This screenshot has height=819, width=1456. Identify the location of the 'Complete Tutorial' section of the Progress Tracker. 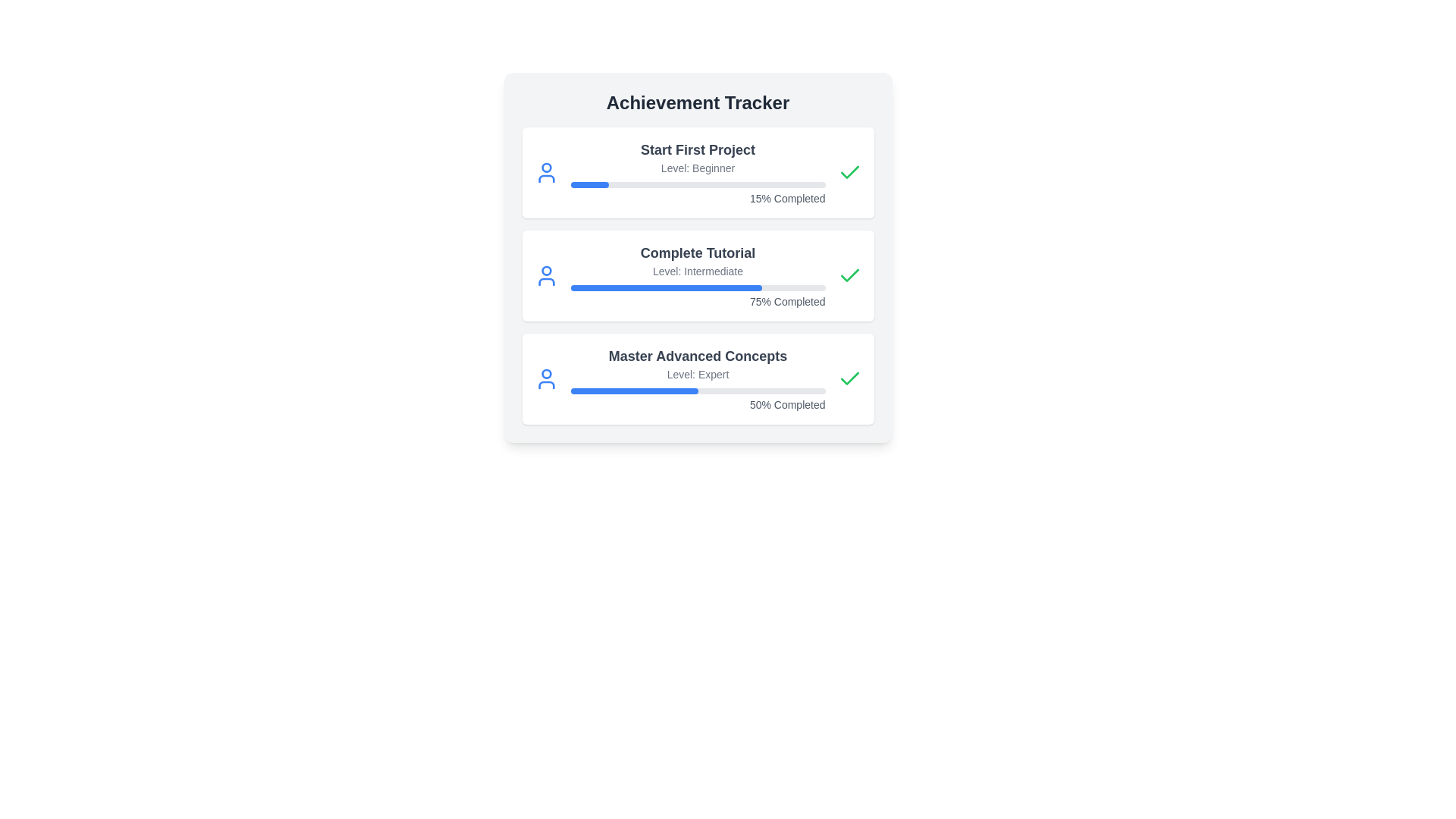
(697, 275).